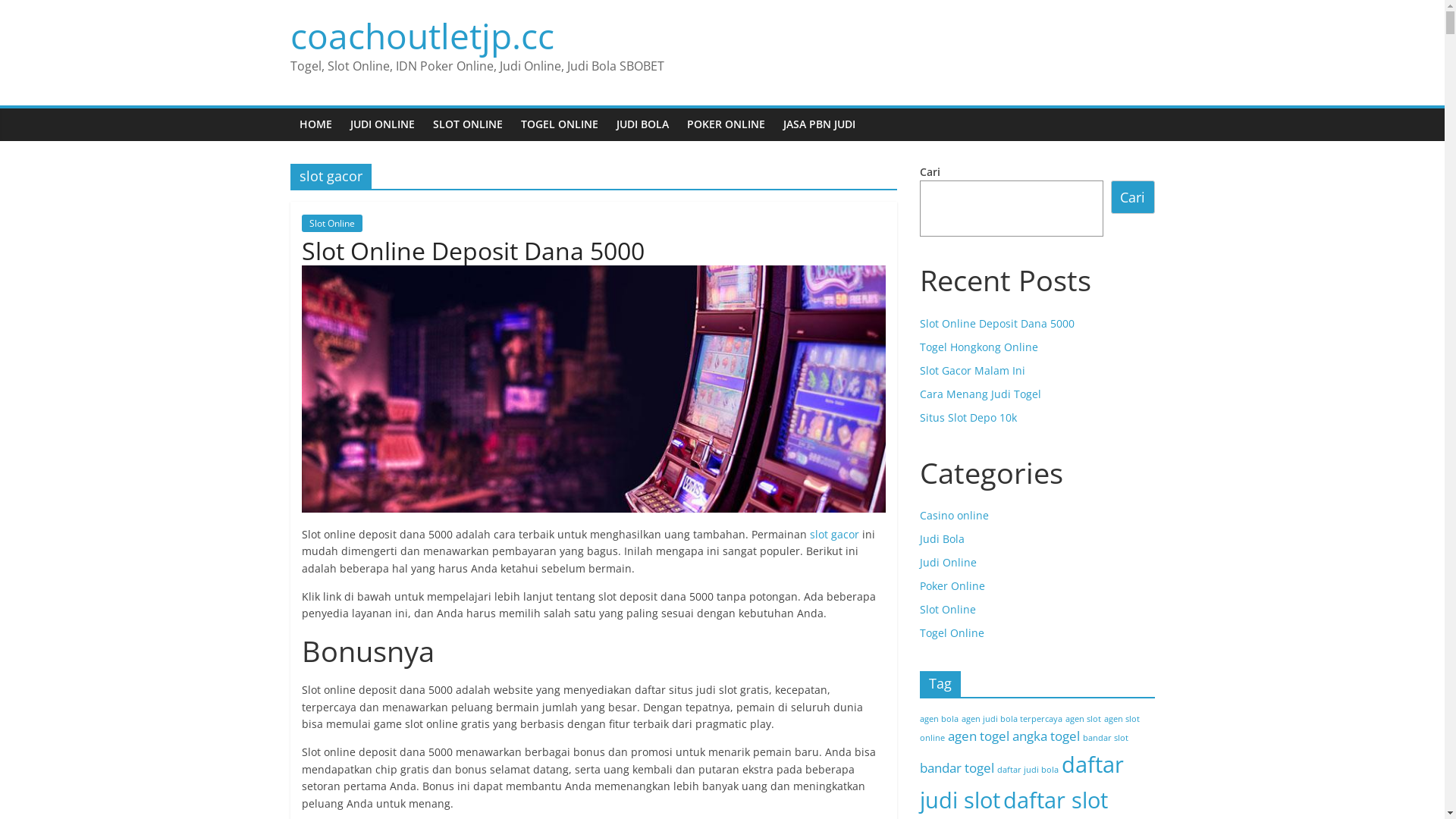 The width and height of the screenshot is (1456, 819). I want to click on 'Slot Gacor Malam Ini', so click(918, 370).